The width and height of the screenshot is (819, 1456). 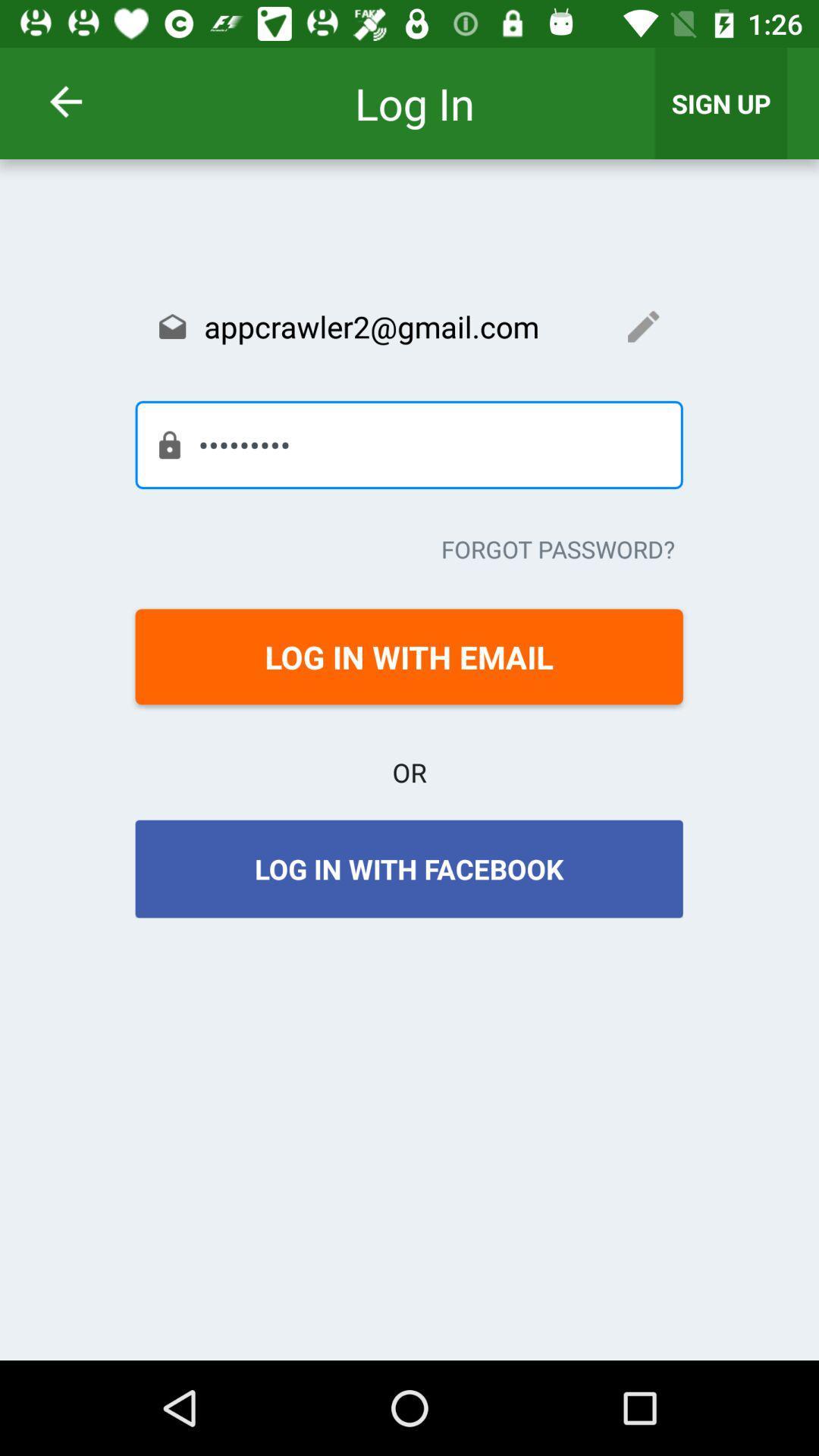 I want to click on item below the crowd3116 item, so click(x=558, y=548).